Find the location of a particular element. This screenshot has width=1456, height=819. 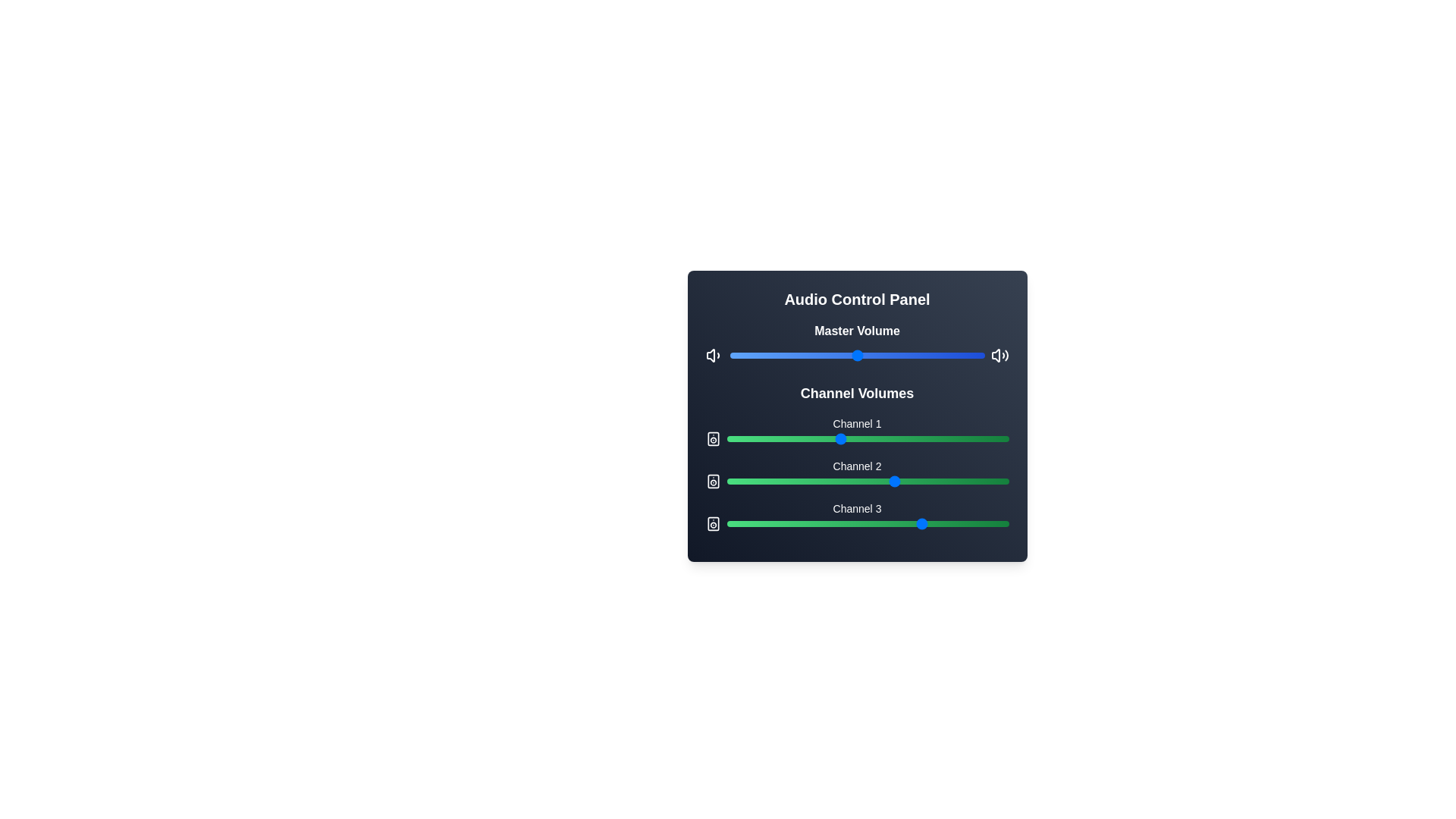

the 'Channel 1' volume is located at coordinates (851, 438).